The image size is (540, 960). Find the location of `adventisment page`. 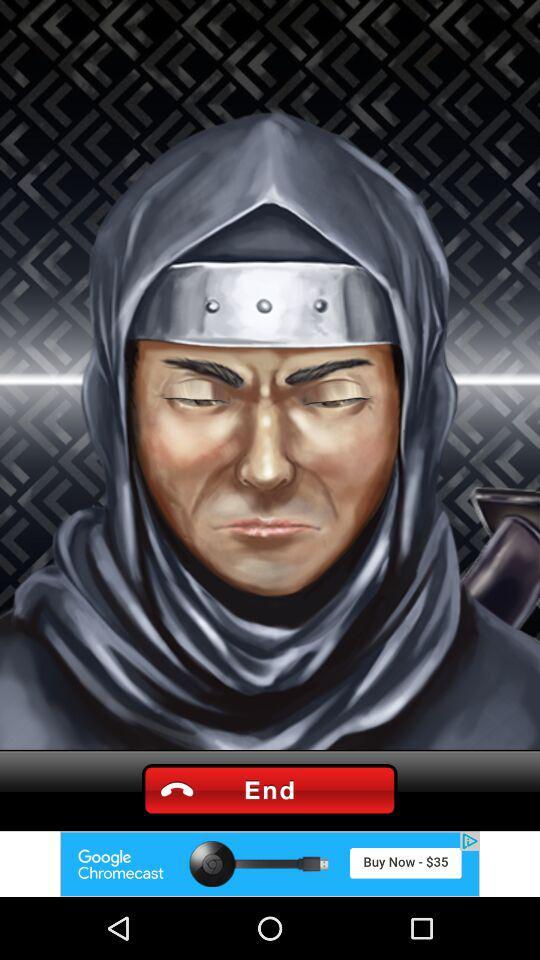

adventisment page is located at coordinates (270, 863).